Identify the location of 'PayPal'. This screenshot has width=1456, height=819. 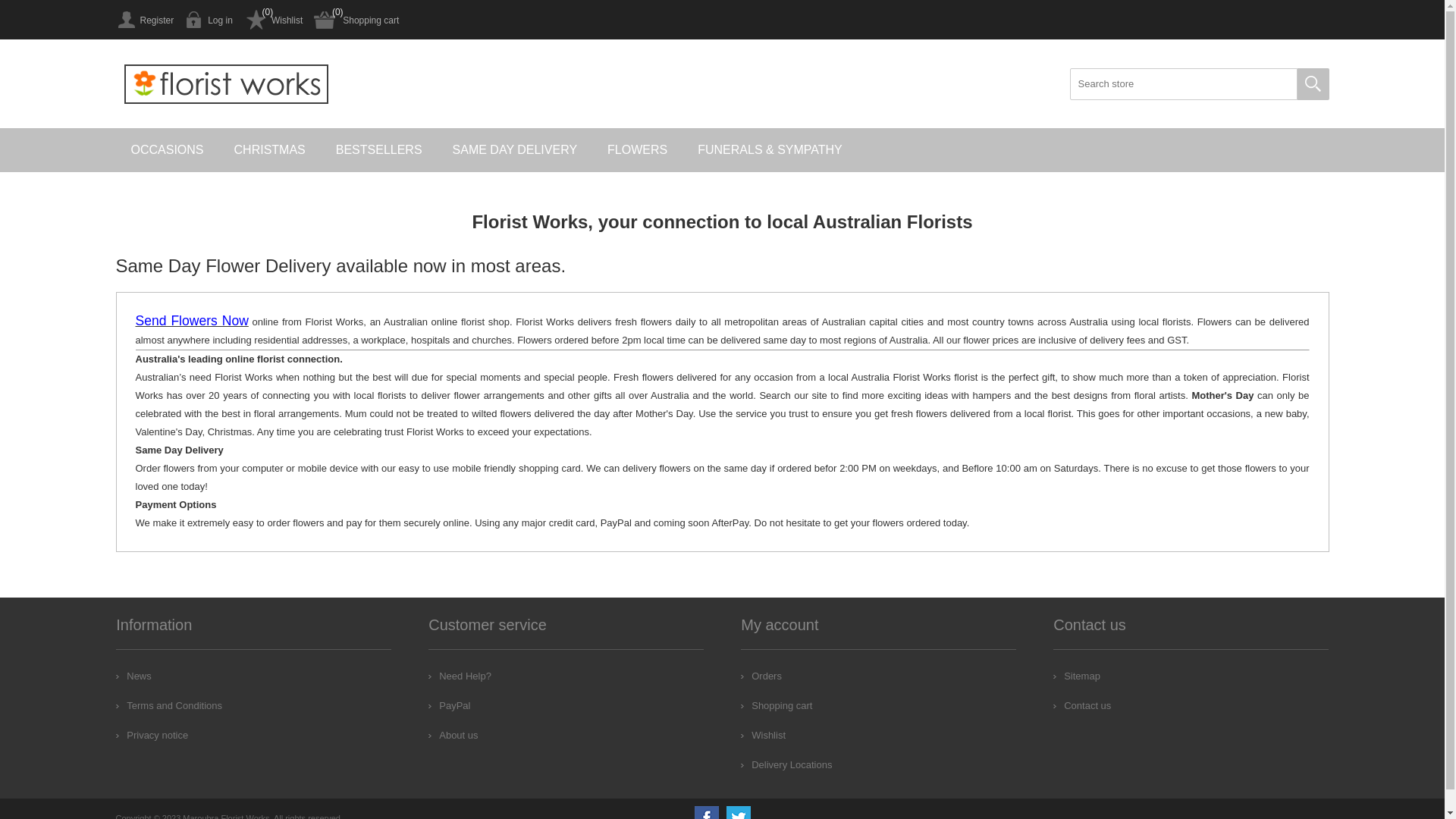
(448, 705).